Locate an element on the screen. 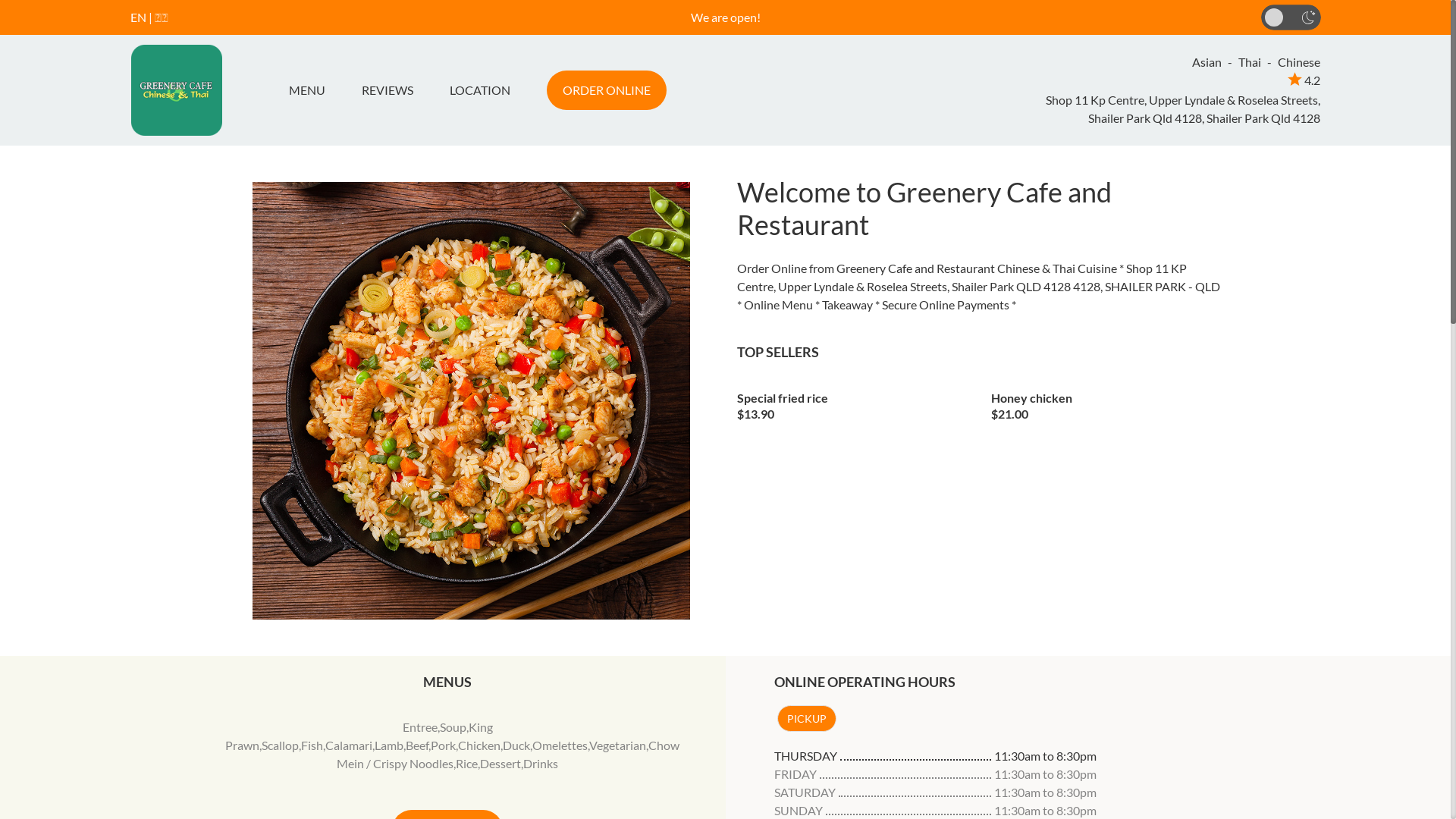 Image resolution: width=1456 pixels, height=819 pixels. 'Entree' is located at coordinates (419, 726).